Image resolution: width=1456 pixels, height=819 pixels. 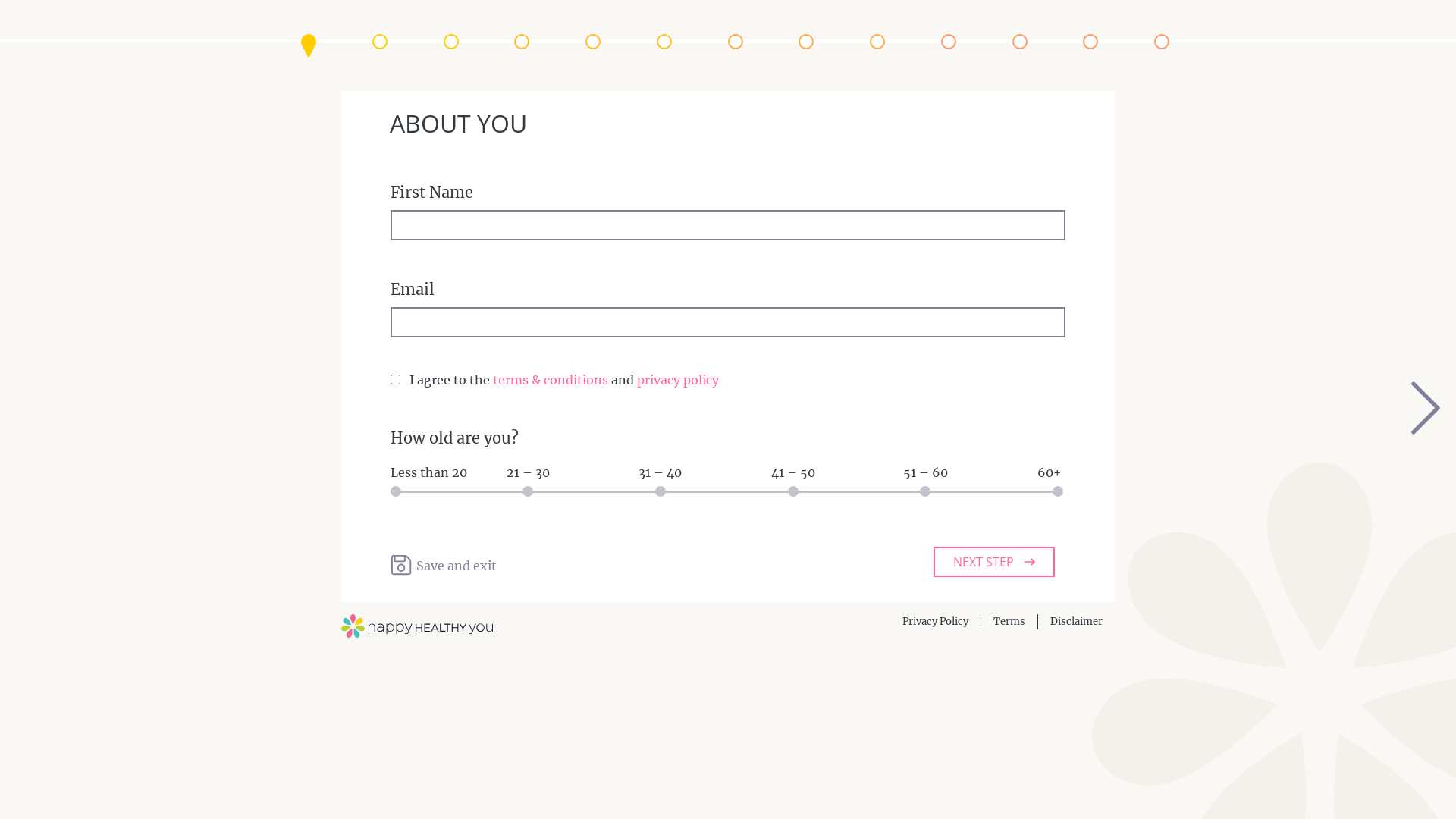 What do you see at coordinates (664, 40) in the screenshot?
I see `'Menstrual Profile'` at bounding box center [664, 40].